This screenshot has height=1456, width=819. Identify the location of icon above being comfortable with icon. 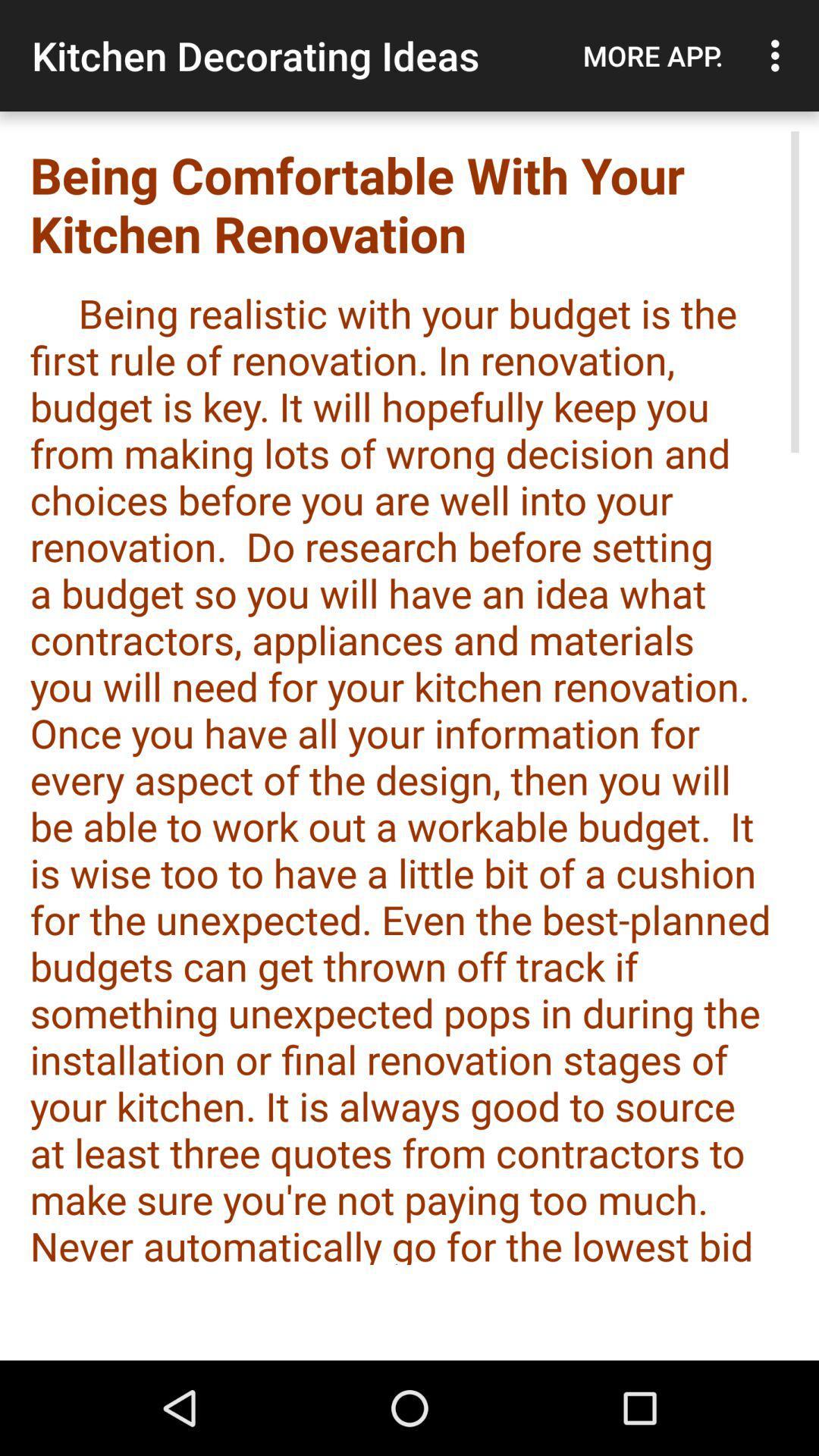
(779, 55).